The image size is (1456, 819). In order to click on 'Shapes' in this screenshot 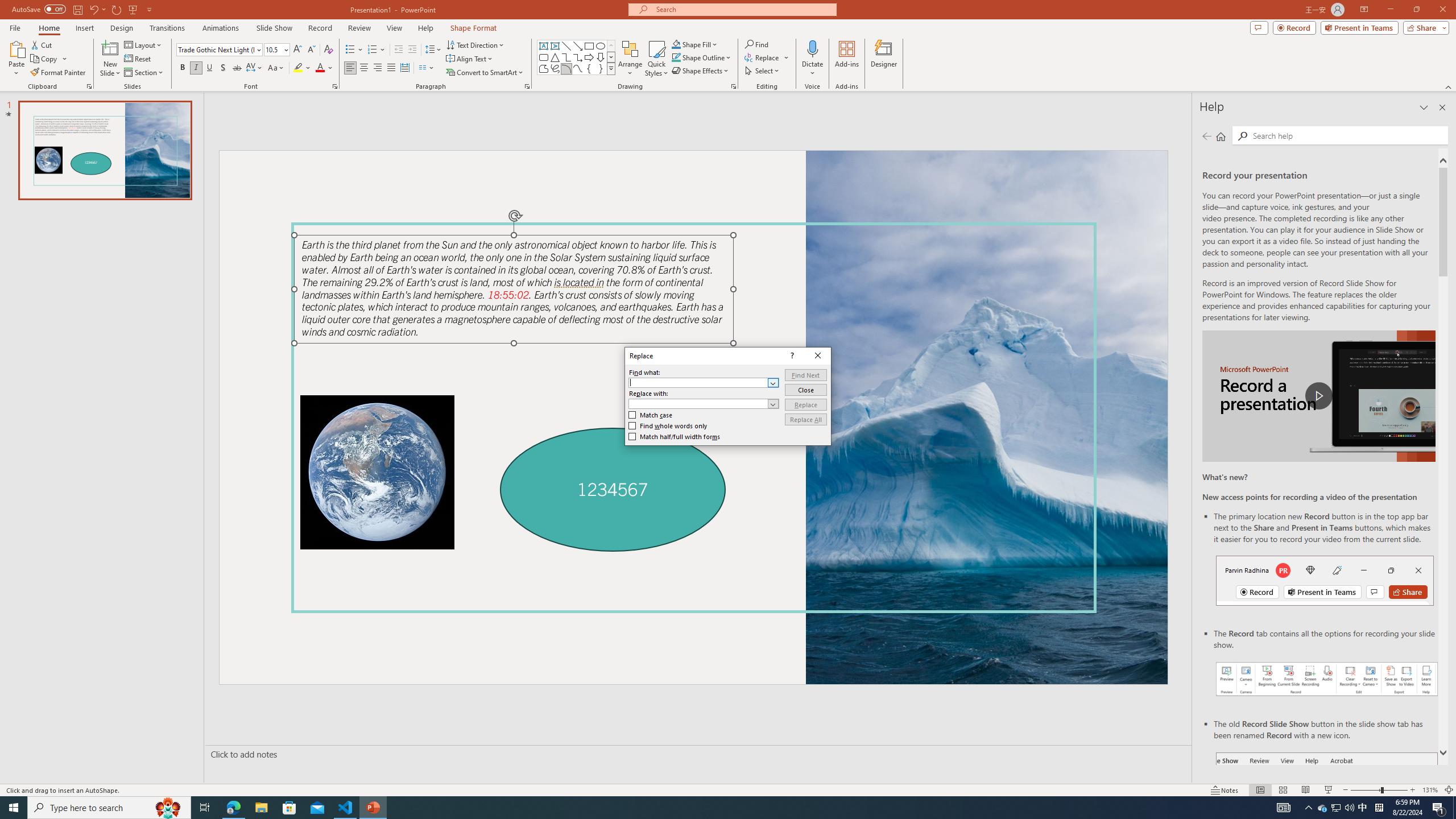, I will do `click(611, 68)`.